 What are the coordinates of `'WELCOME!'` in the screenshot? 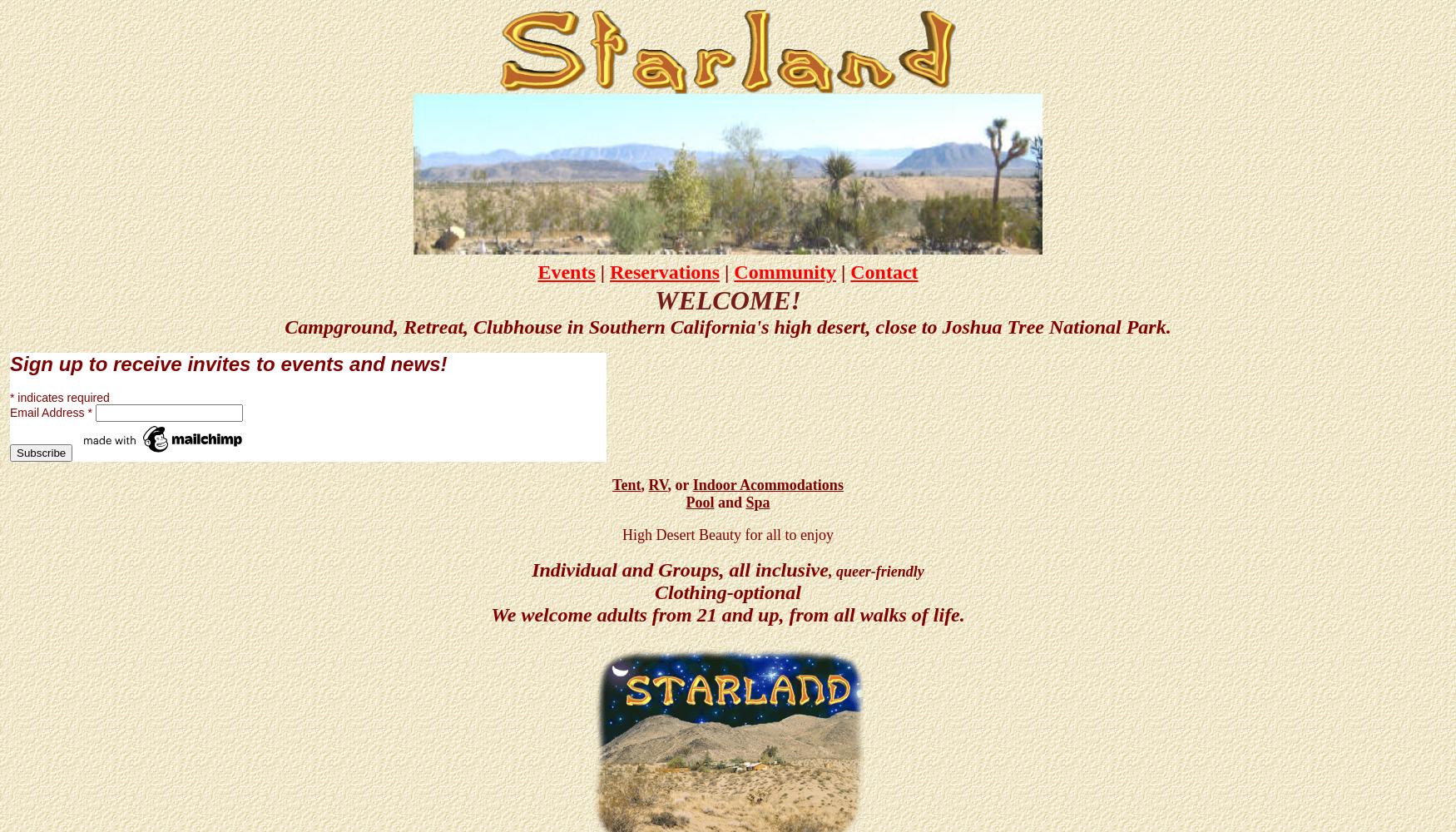 It's located at (727, 300).